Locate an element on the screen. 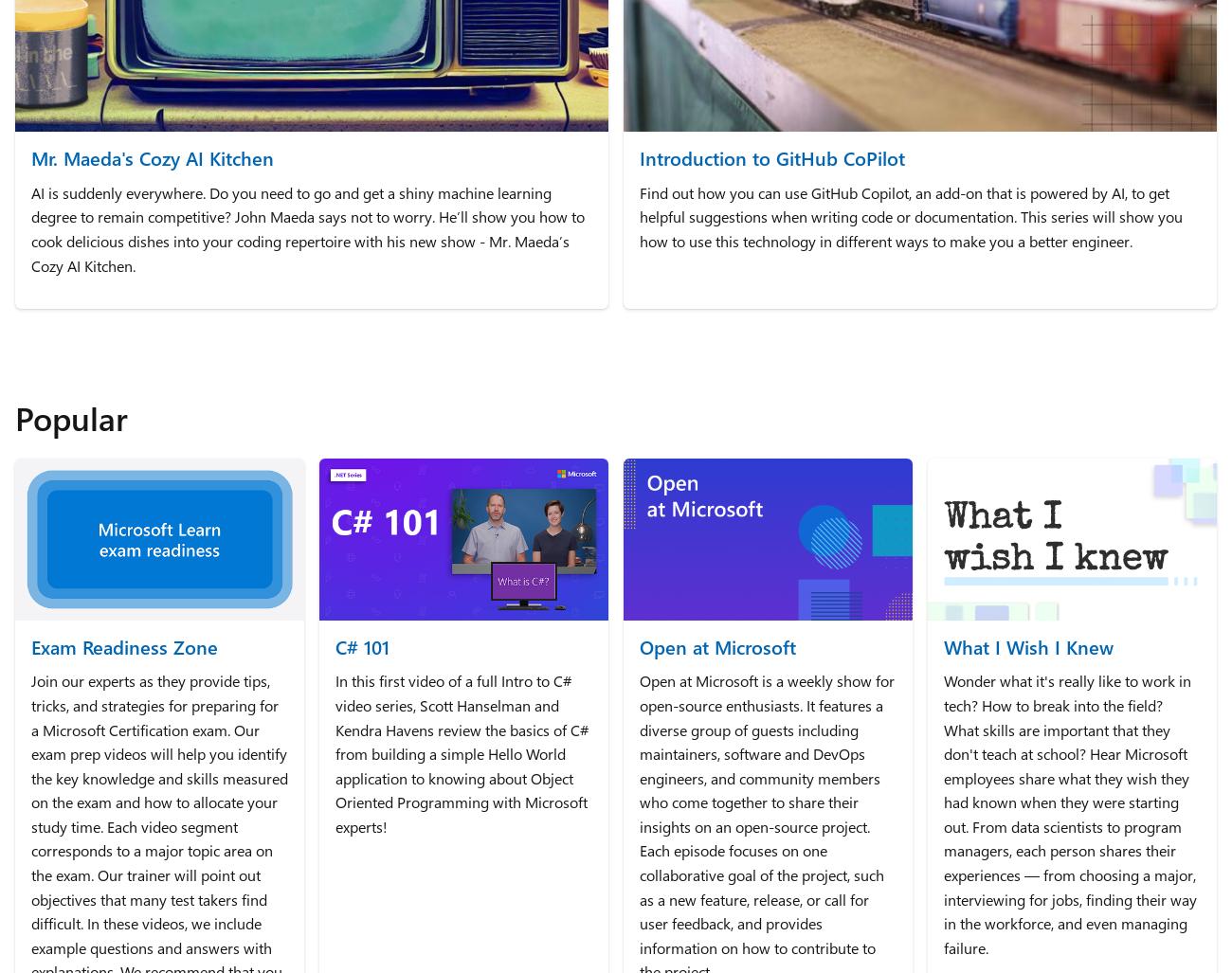 The image size is (1232, 973). 'Popular' is located at coordinates (71, 416).